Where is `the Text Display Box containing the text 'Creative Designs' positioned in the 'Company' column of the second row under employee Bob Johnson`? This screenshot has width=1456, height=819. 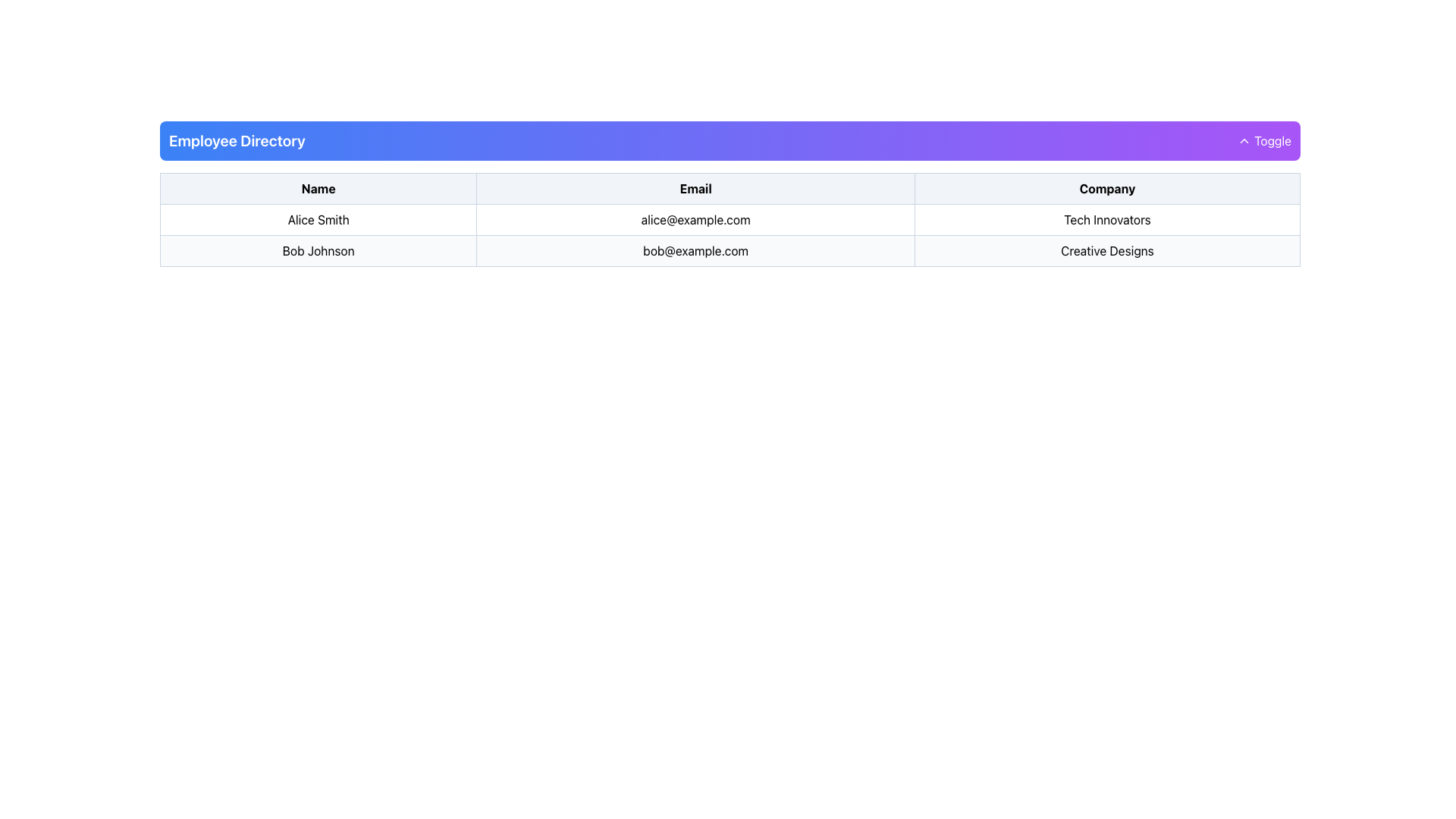 the Text Display Box containing the text 'Creative Designs' positioned in the 'Company' column of the second row under employee Bob Johnson is located at coordinates (1107, 250).